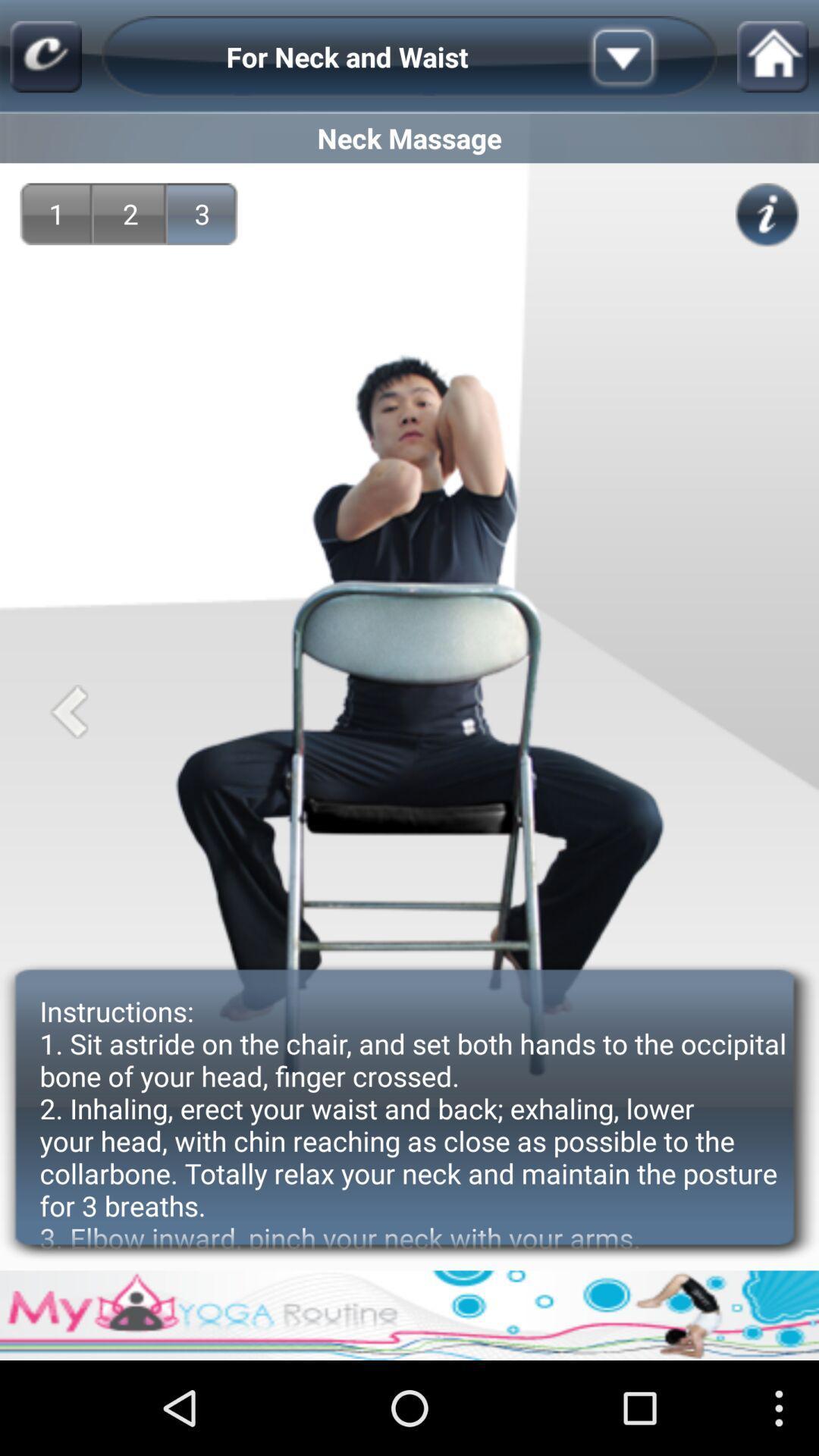 Image resolution: width=819 pixels, height=1456 pixels. I want to click on the icon below 1 app, so click(69, 711).